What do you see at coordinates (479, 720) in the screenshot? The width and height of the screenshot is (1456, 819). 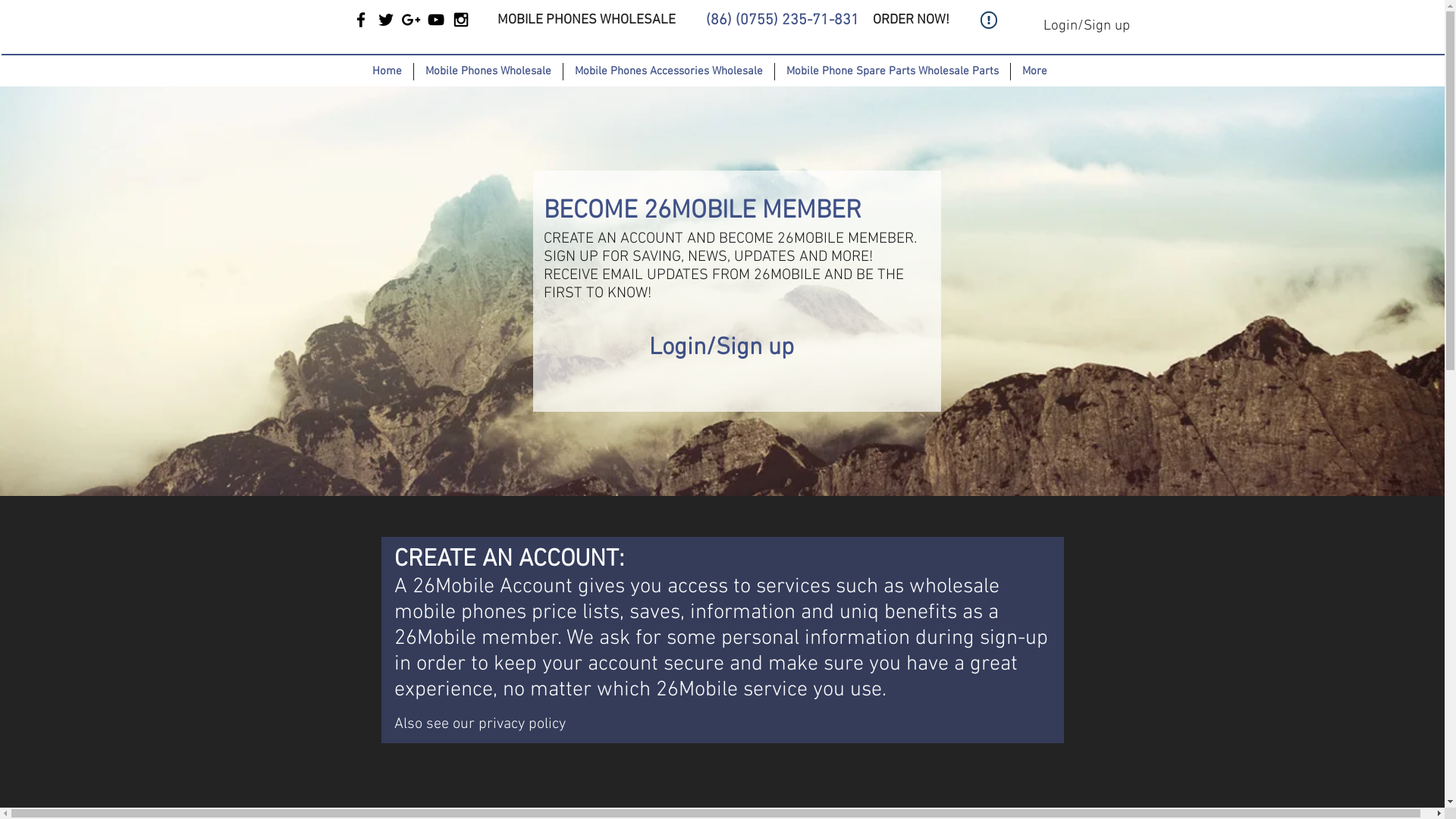 I see `'Also see our privacy policy'` at bounding box center [479, 720].